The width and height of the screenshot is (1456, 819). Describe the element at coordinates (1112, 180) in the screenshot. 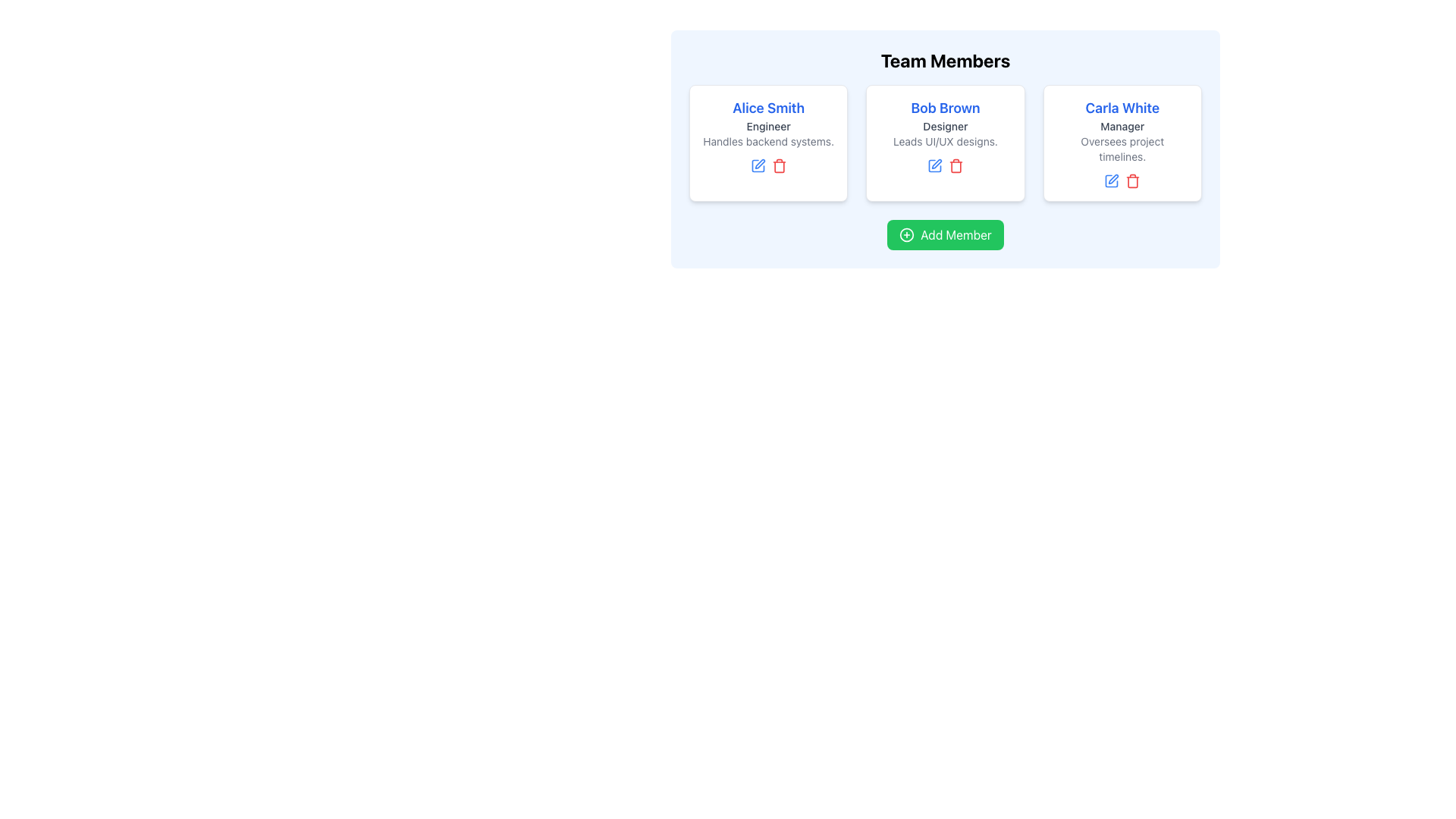

I see `the outlined icon resembling a square with rounded corners that is part of the edit tool icon for the member named 'Carla White'` at that location.